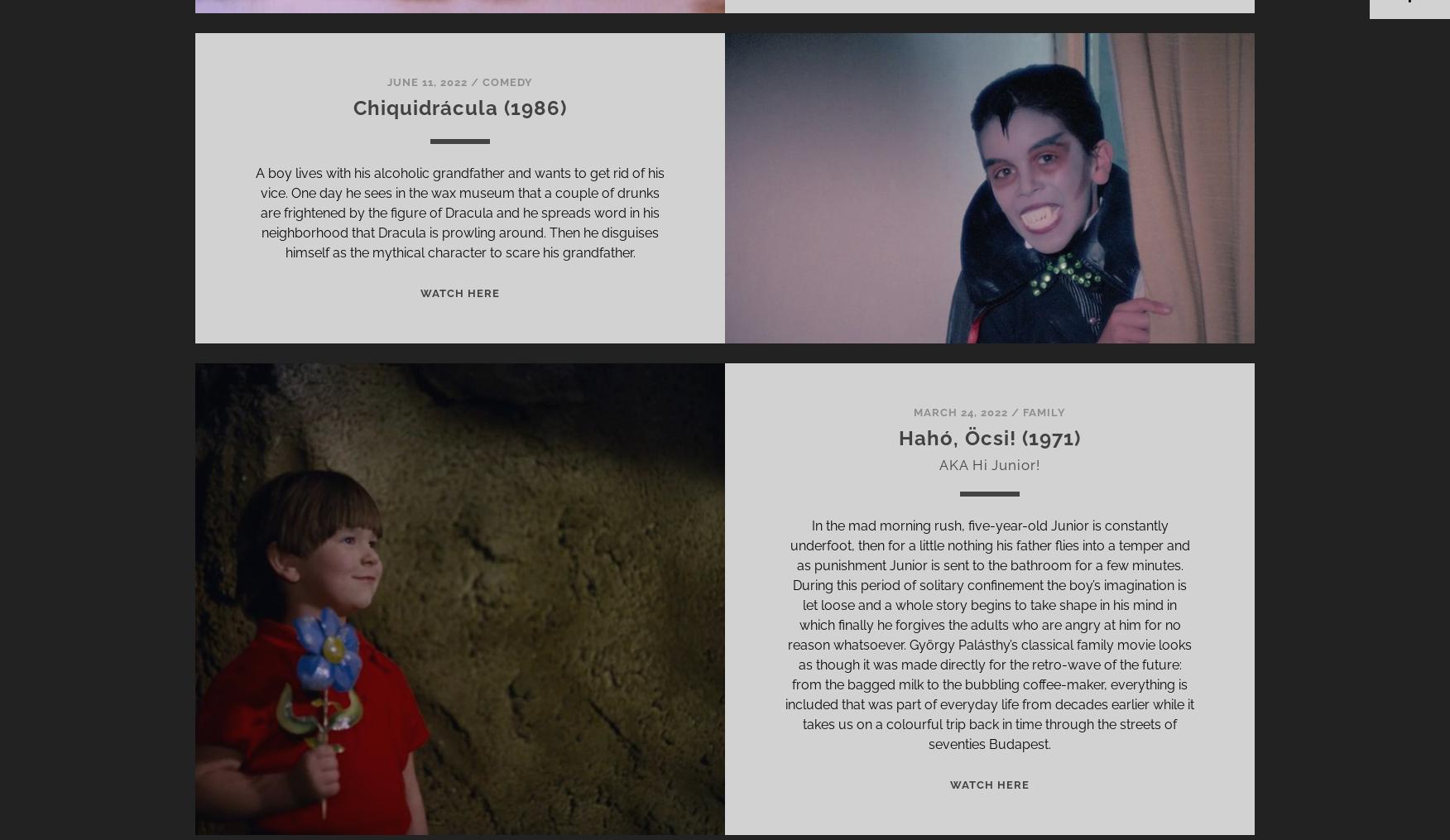 This screenshot has width=1450, height=840. Describe the element at coordinates (989, 465) in the screenshot. I see `'AKA Hi Junior!'` at that location.